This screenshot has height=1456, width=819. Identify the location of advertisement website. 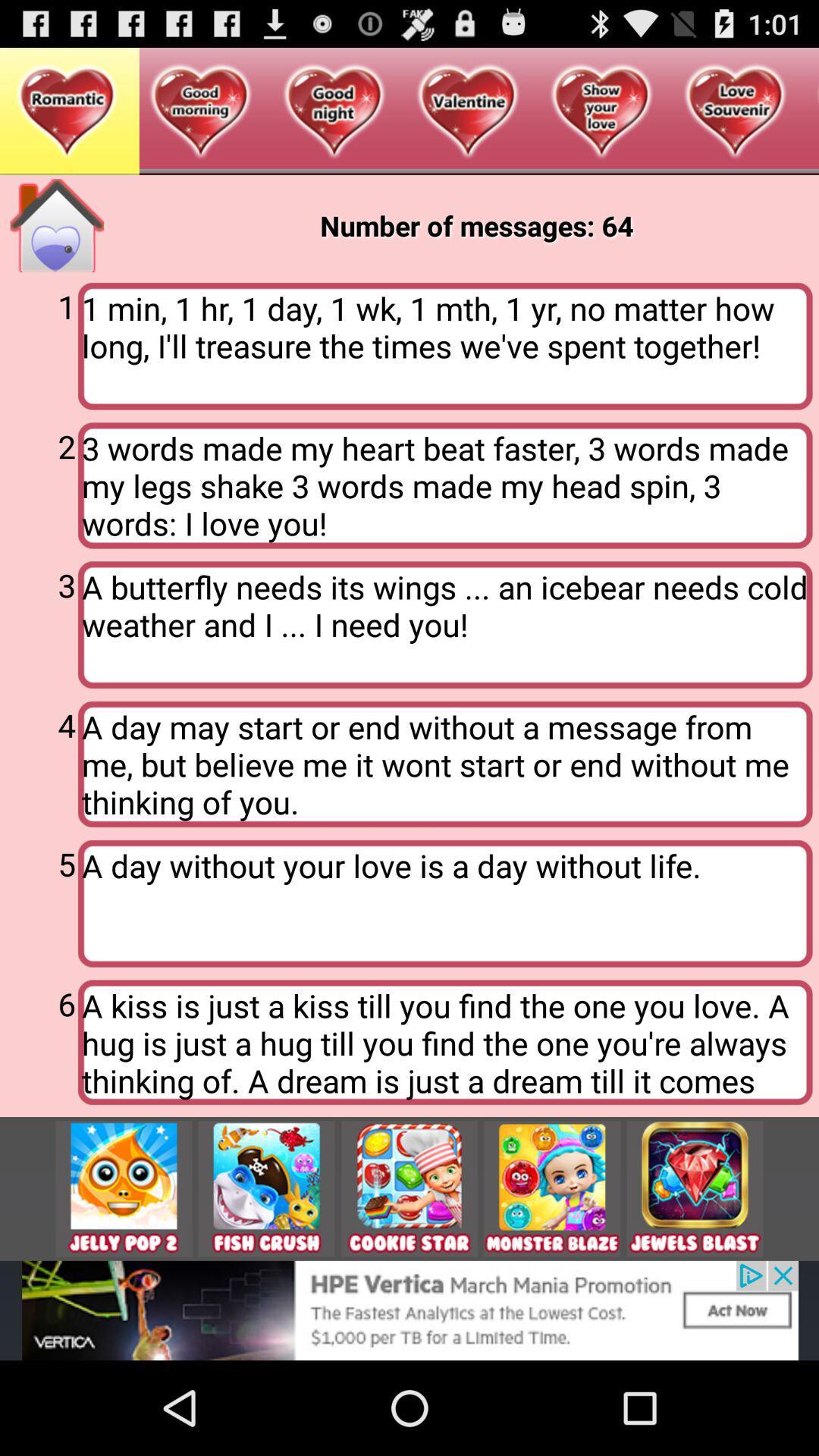
(409, 1310).